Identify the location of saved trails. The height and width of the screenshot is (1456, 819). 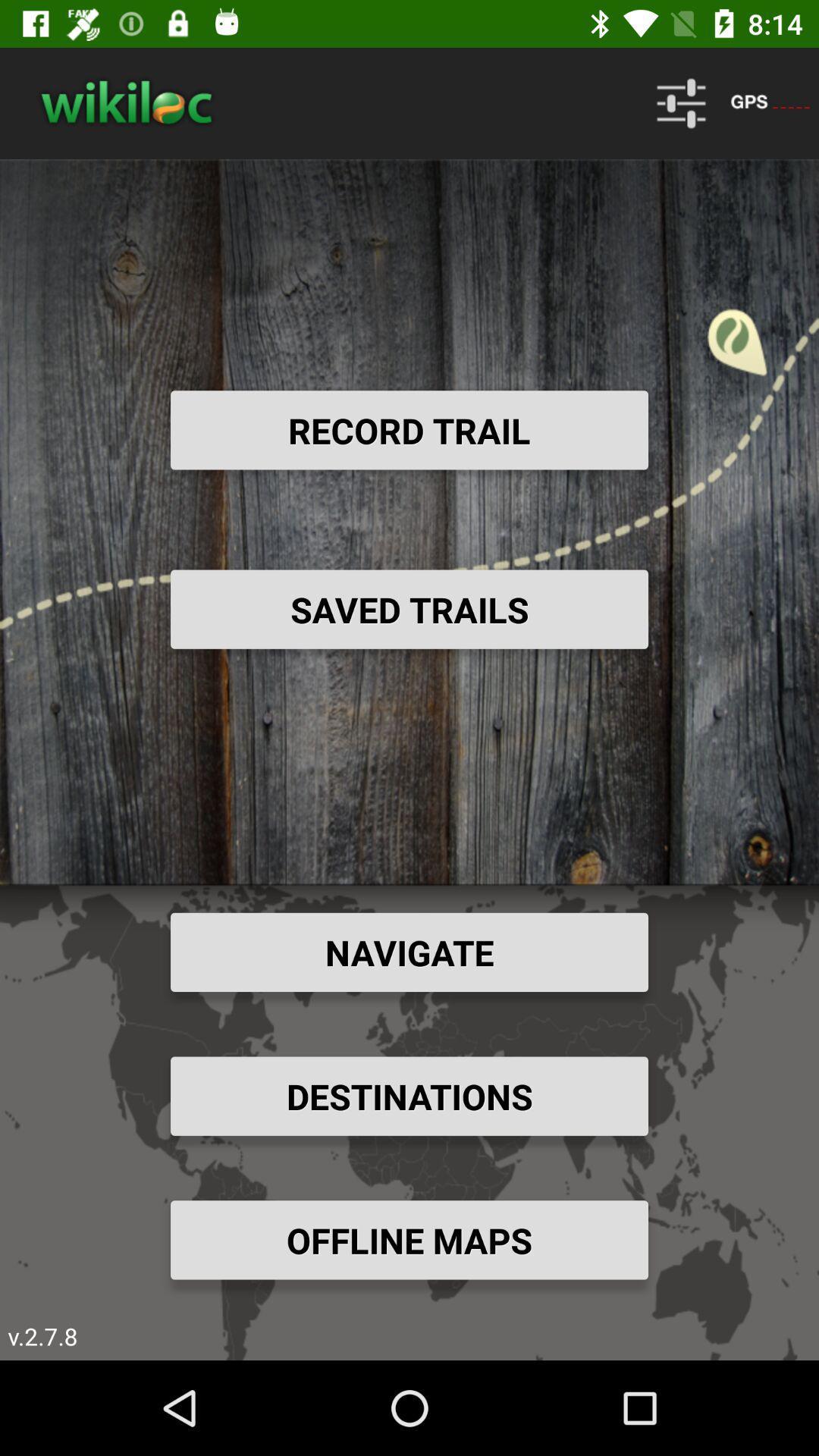
(409, 609).